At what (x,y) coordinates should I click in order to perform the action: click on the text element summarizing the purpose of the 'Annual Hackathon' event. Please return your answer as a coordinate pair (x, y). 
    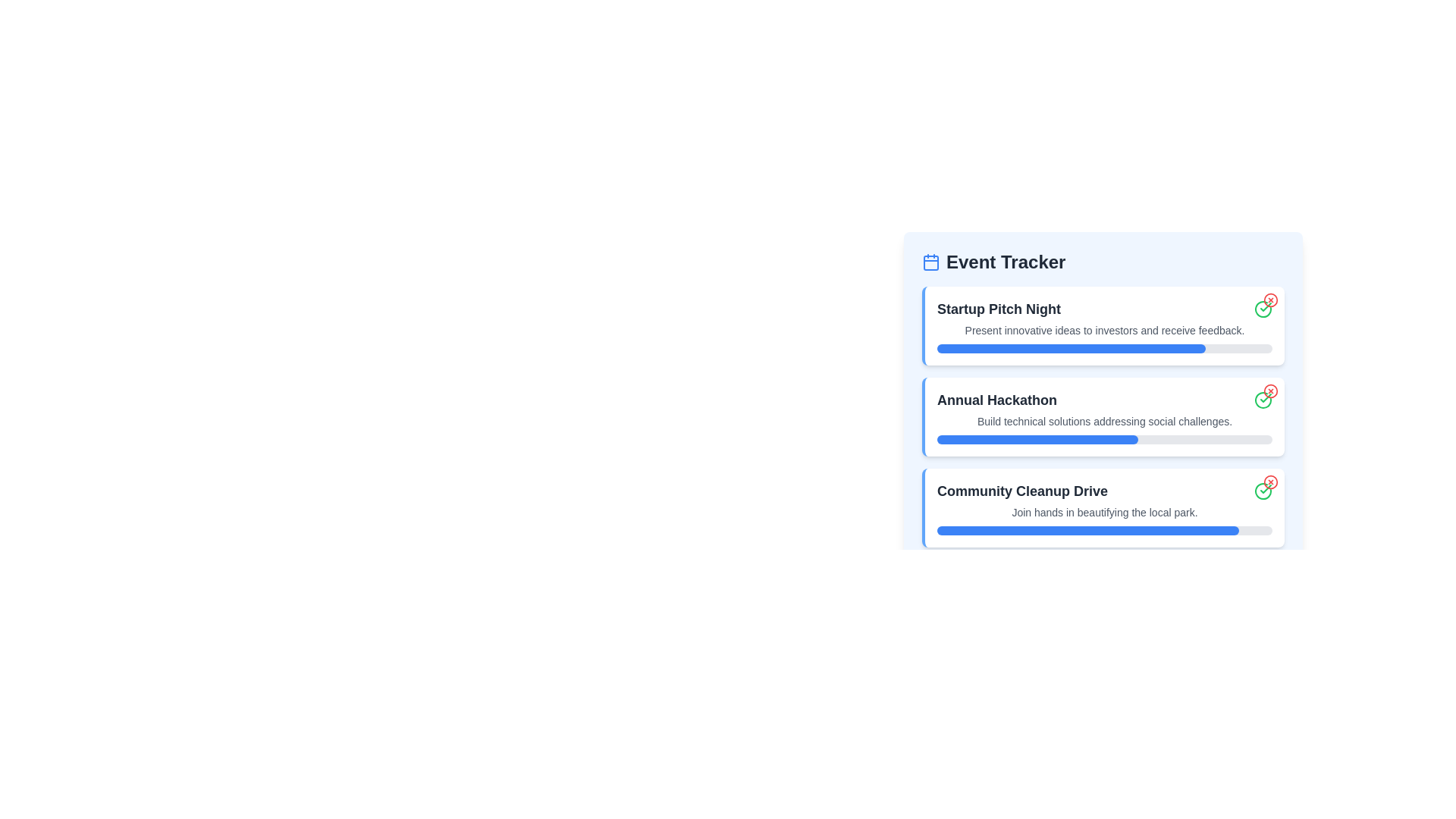
    Looking at the image, I should click on (1105, 421).